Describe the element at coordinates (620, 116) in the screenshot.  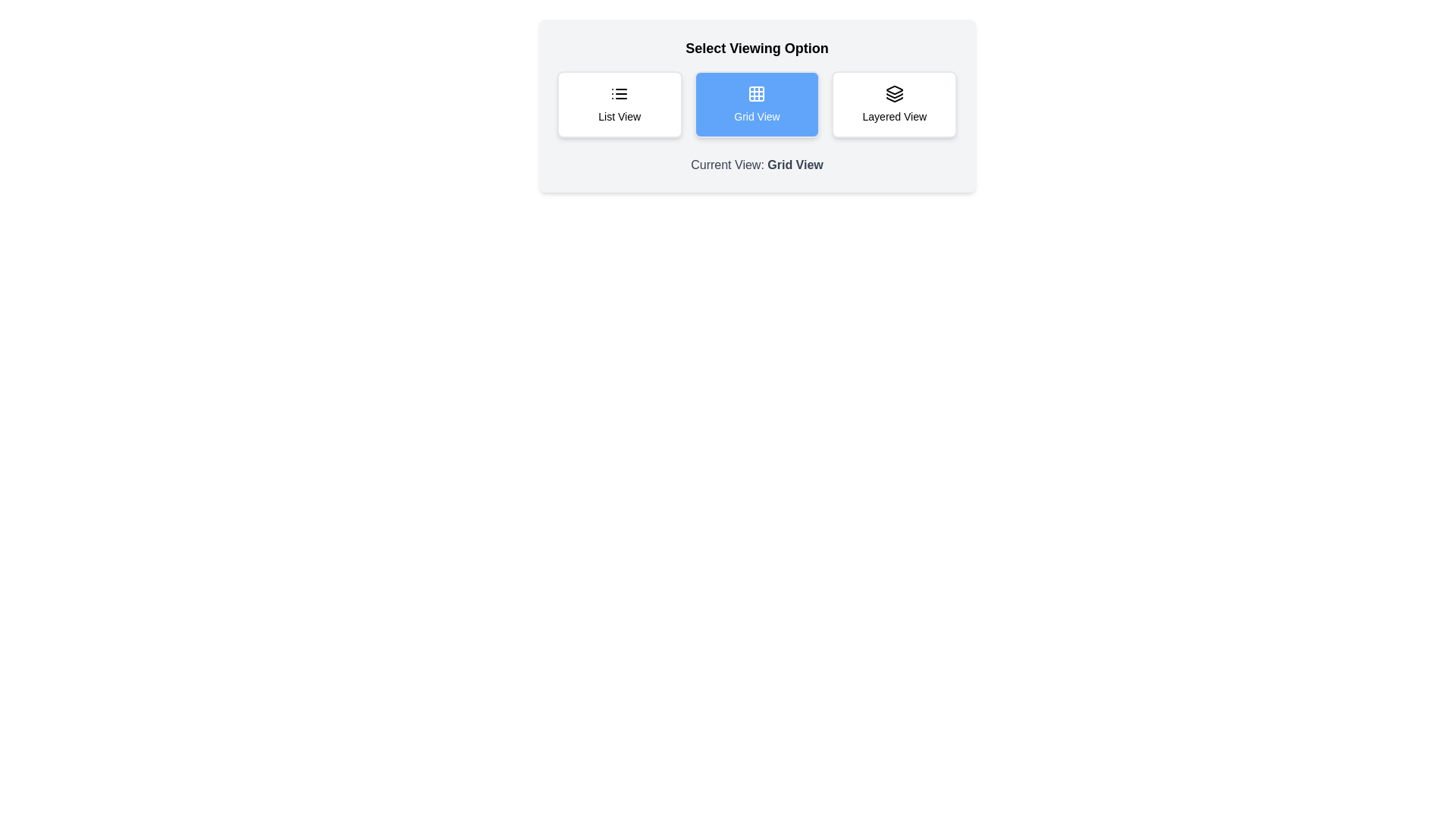
I see `text label that describes the 'List View' selection option, which is centered horizontally below the list icon in the viewing selection panel` at that location.